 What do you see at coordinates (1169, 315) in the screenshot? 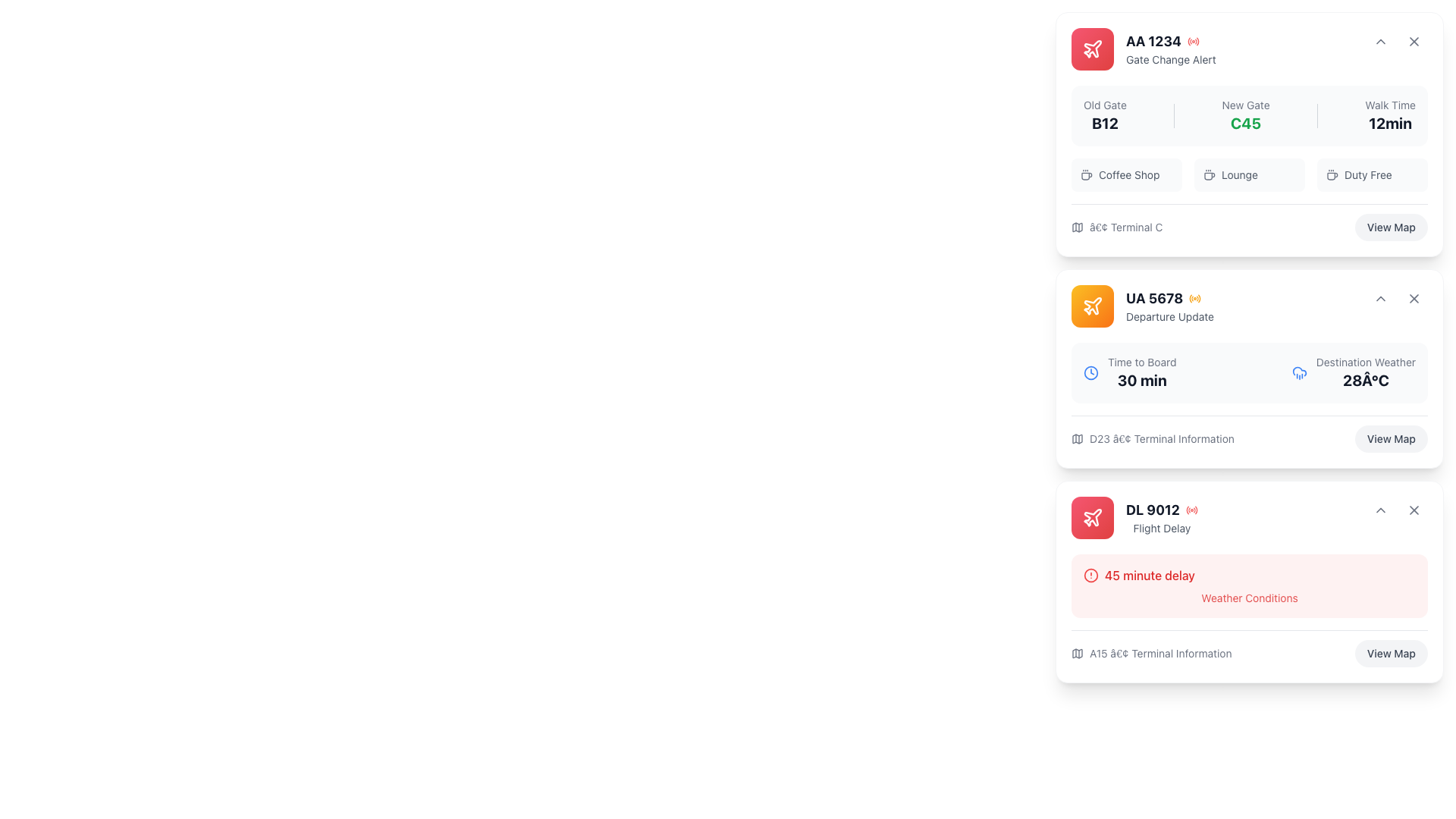
I see `the 'Departure Update' text label, which is styled in a smaller gray font and positioned beneath the 'UA 5678' label in the card interface` at bounding box center [1169, 315].